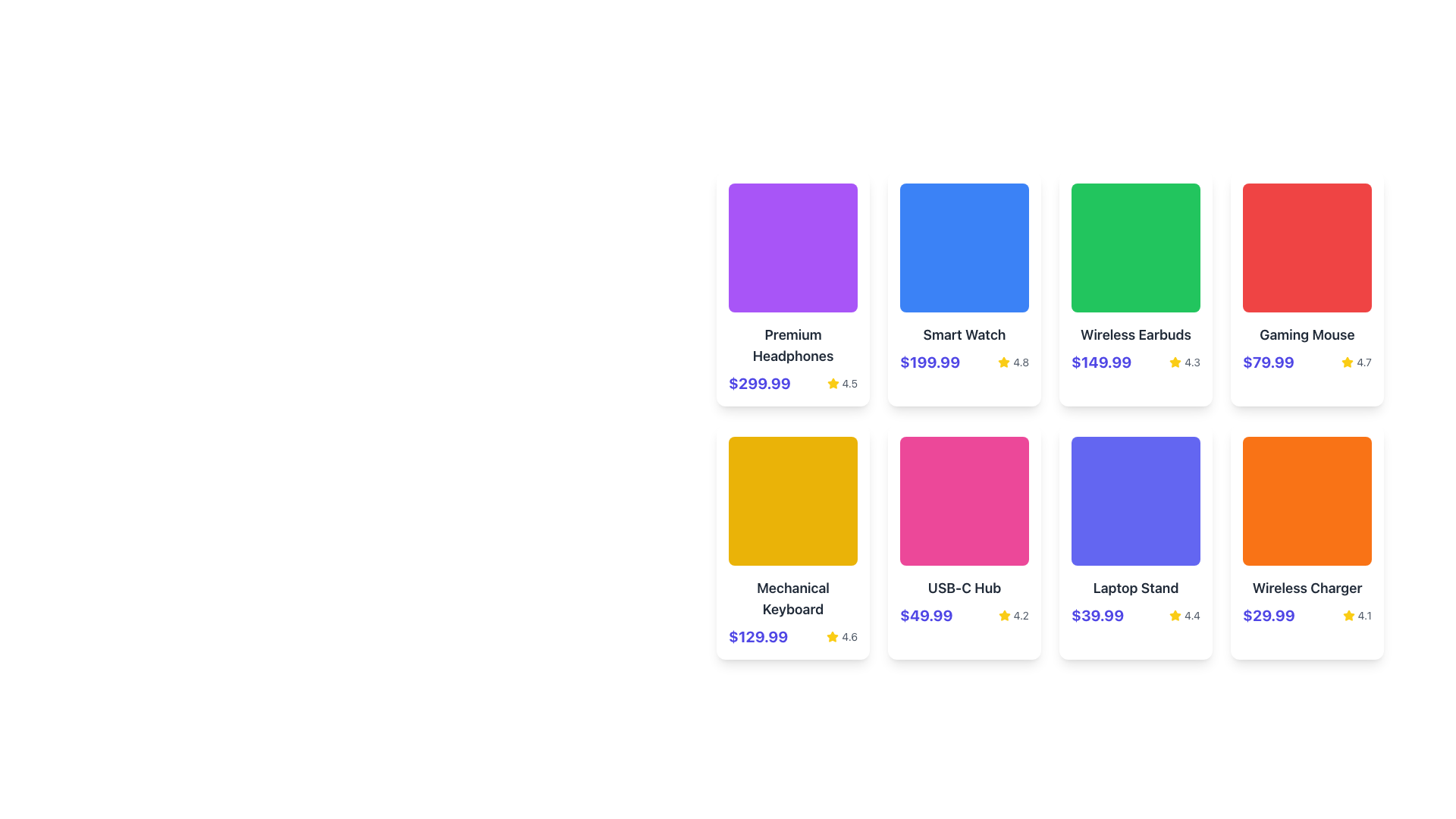 Image resolution: width=1456 pixels, height=819 pixels. What do you see at coordinates (1348, 615) in the screenshot?
I see `yellow star icon representing the rating system for the product 'Wireless Charger', located at the bottom right corner of the card` at bounding box center [1348, 615].